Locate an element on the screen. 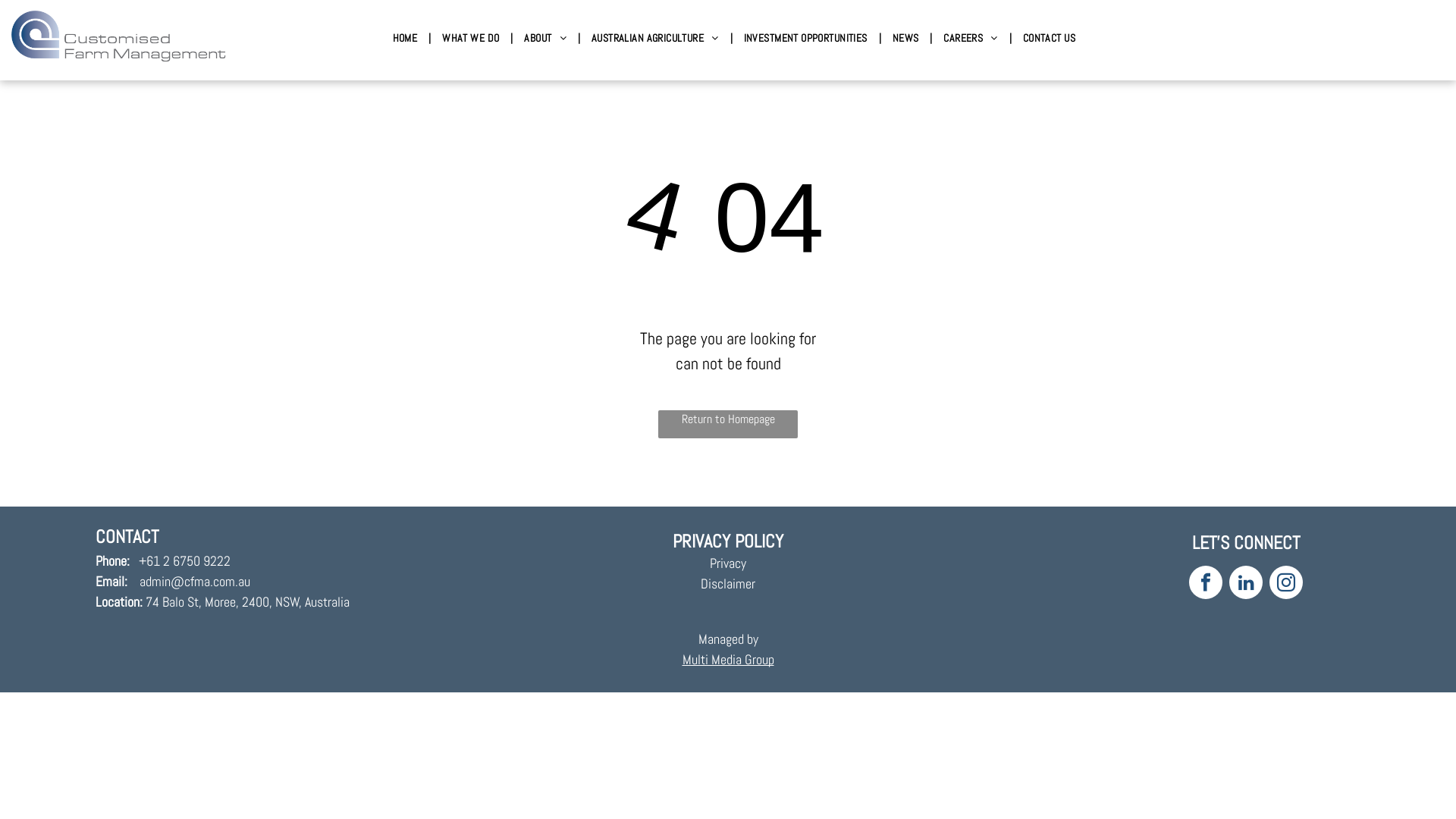 The image size is (1456, 819). 'AUSTRALIAN AGRICULTURE' is located at coordinates (655, 38).